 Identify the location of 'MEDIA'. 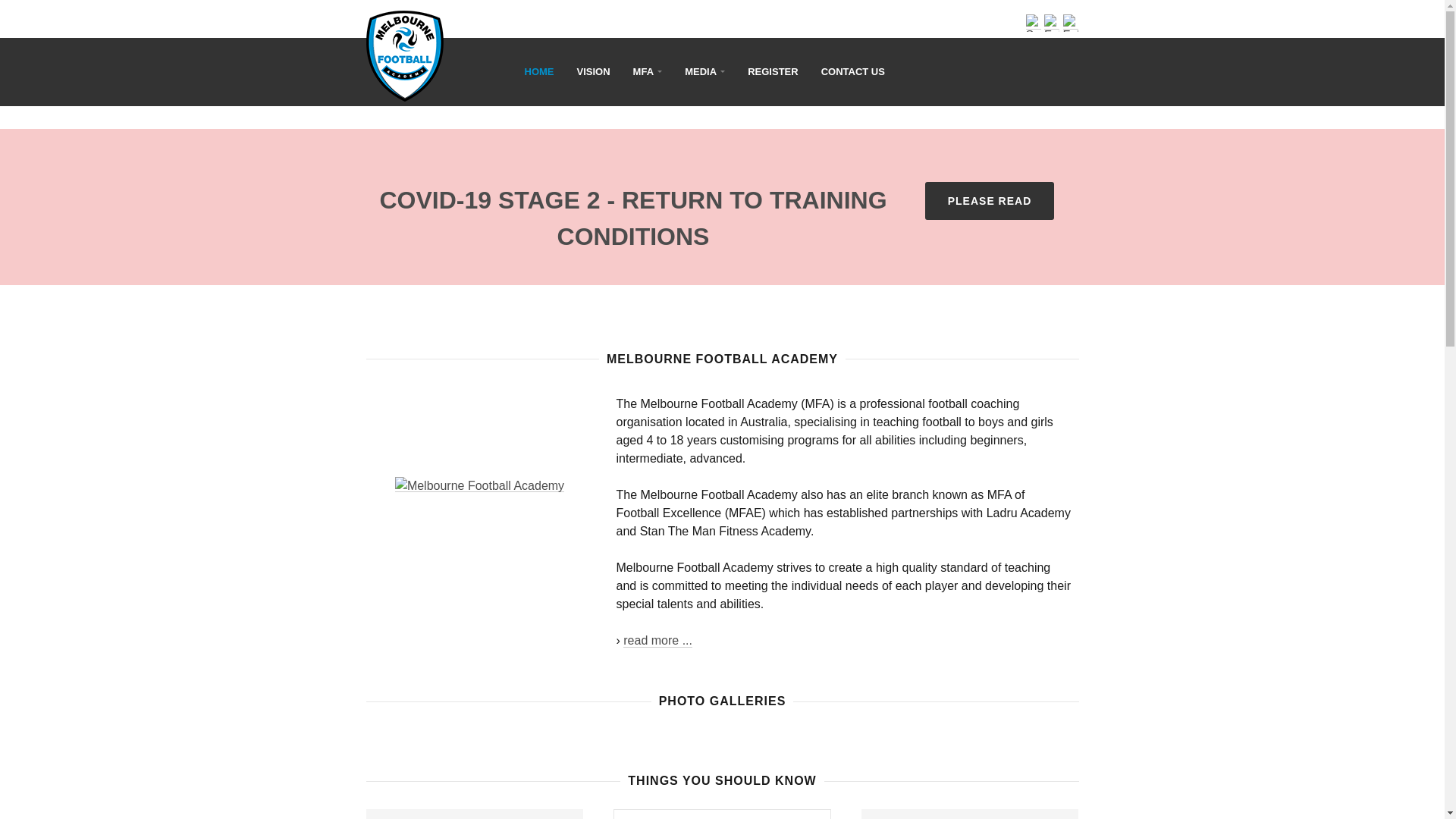
(704, 72).